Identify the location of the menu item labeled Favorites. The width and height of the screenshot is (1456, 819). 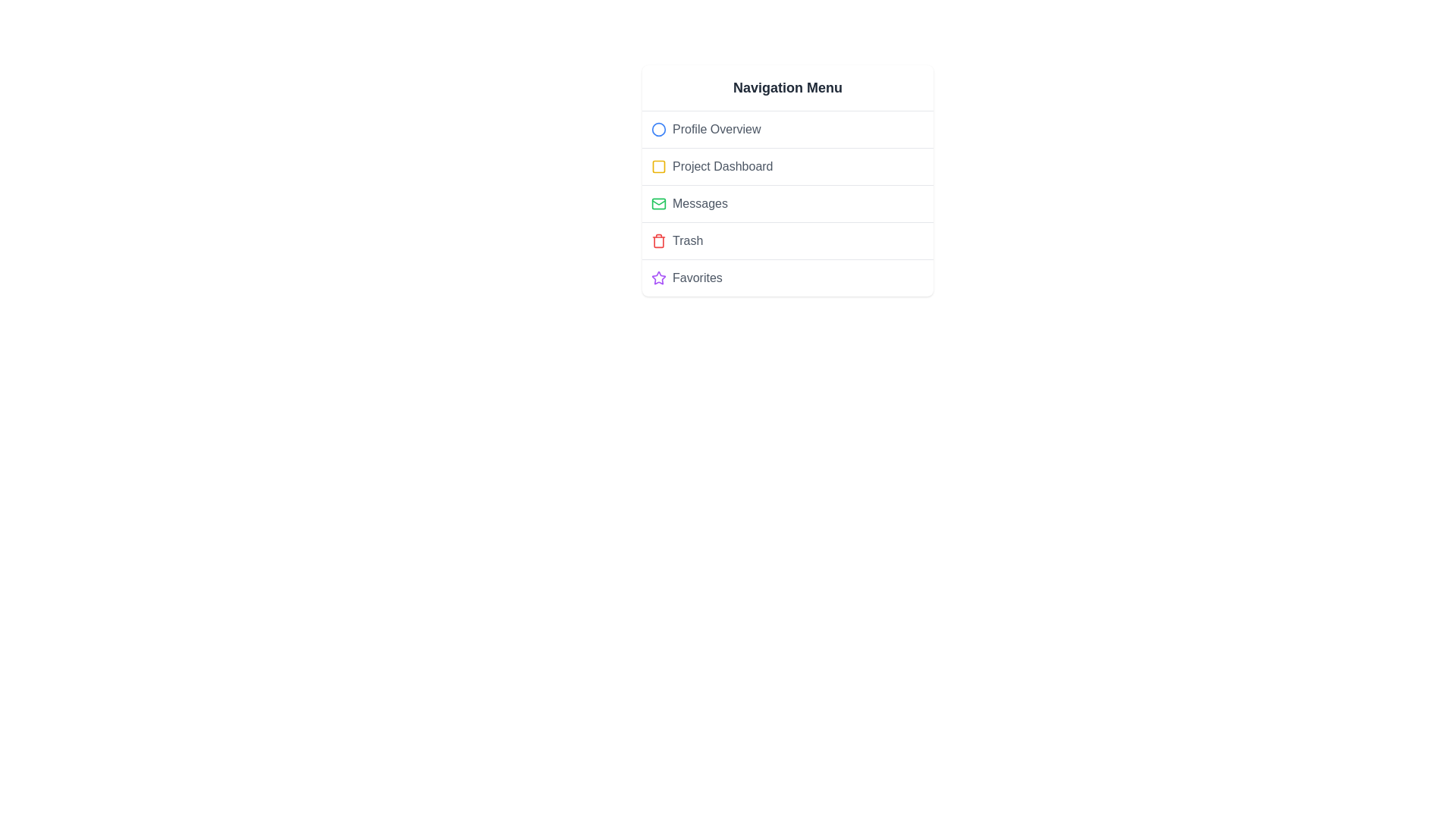
(787, 278).